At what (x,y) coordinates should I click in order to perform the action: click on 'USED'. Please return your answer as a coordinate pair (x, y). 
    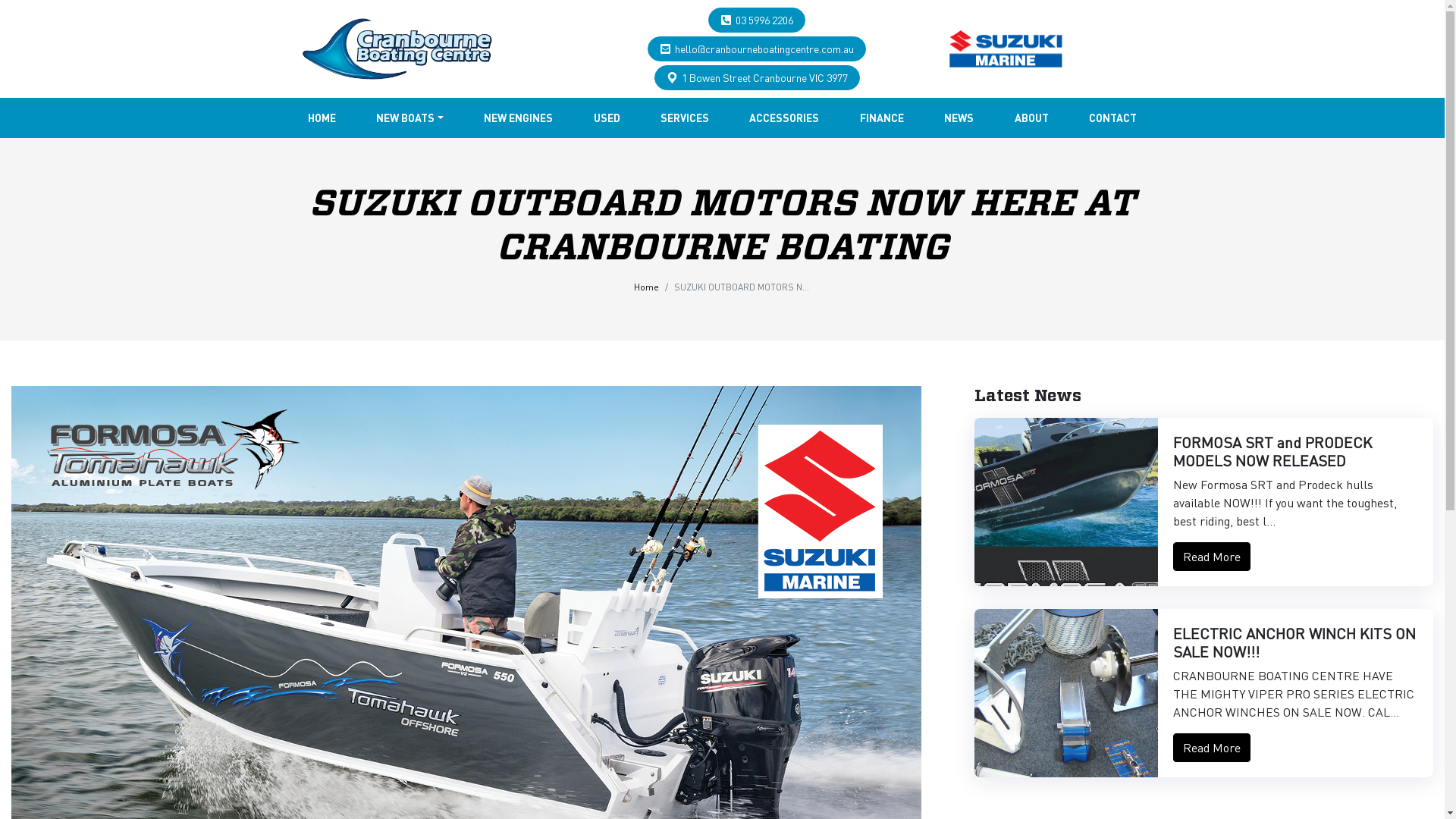
    Looking at the image, I should click on (607, 117).